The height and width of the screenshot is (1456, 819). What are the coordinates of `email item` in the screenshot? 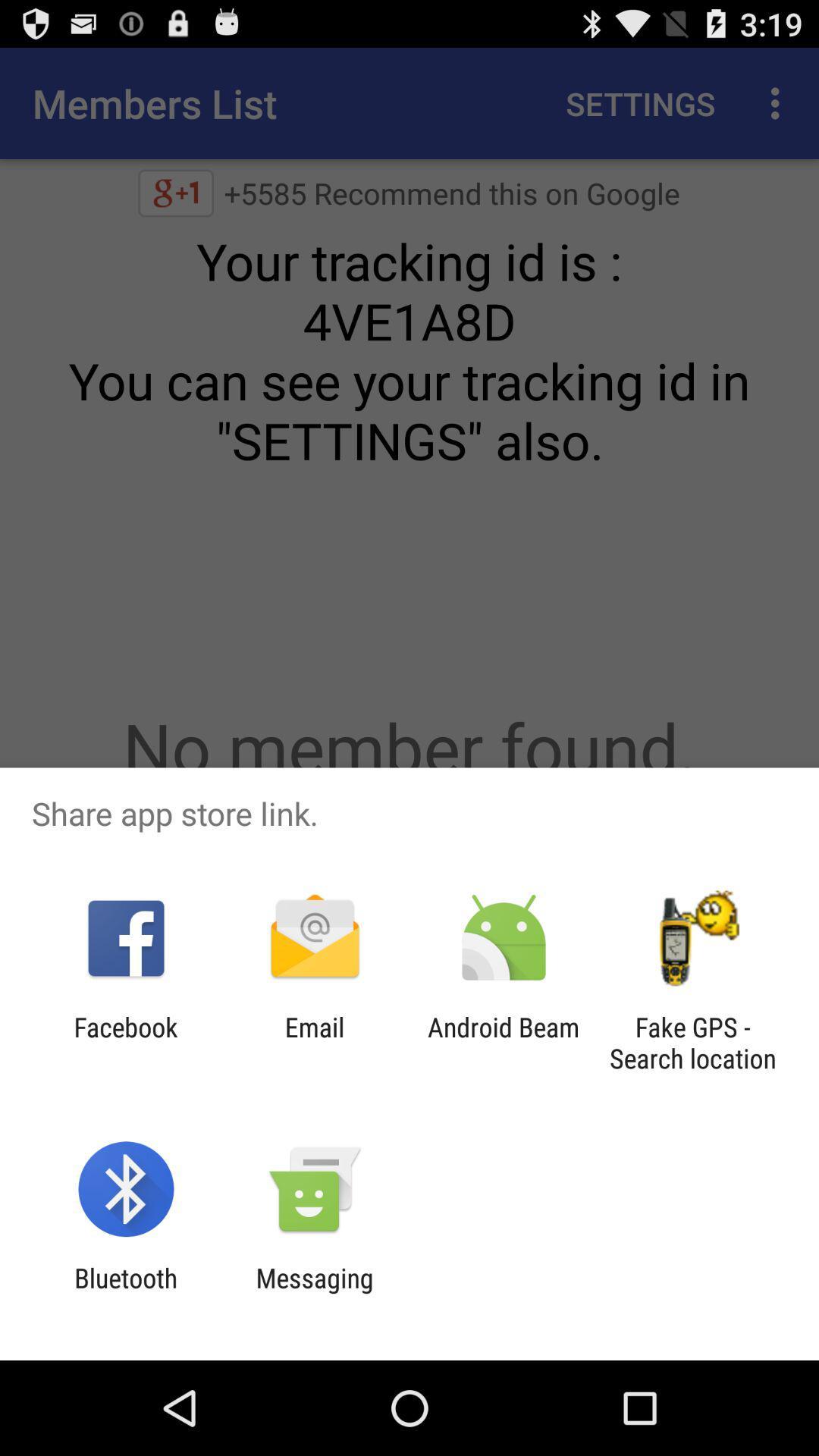 It's located at (314, 1042).